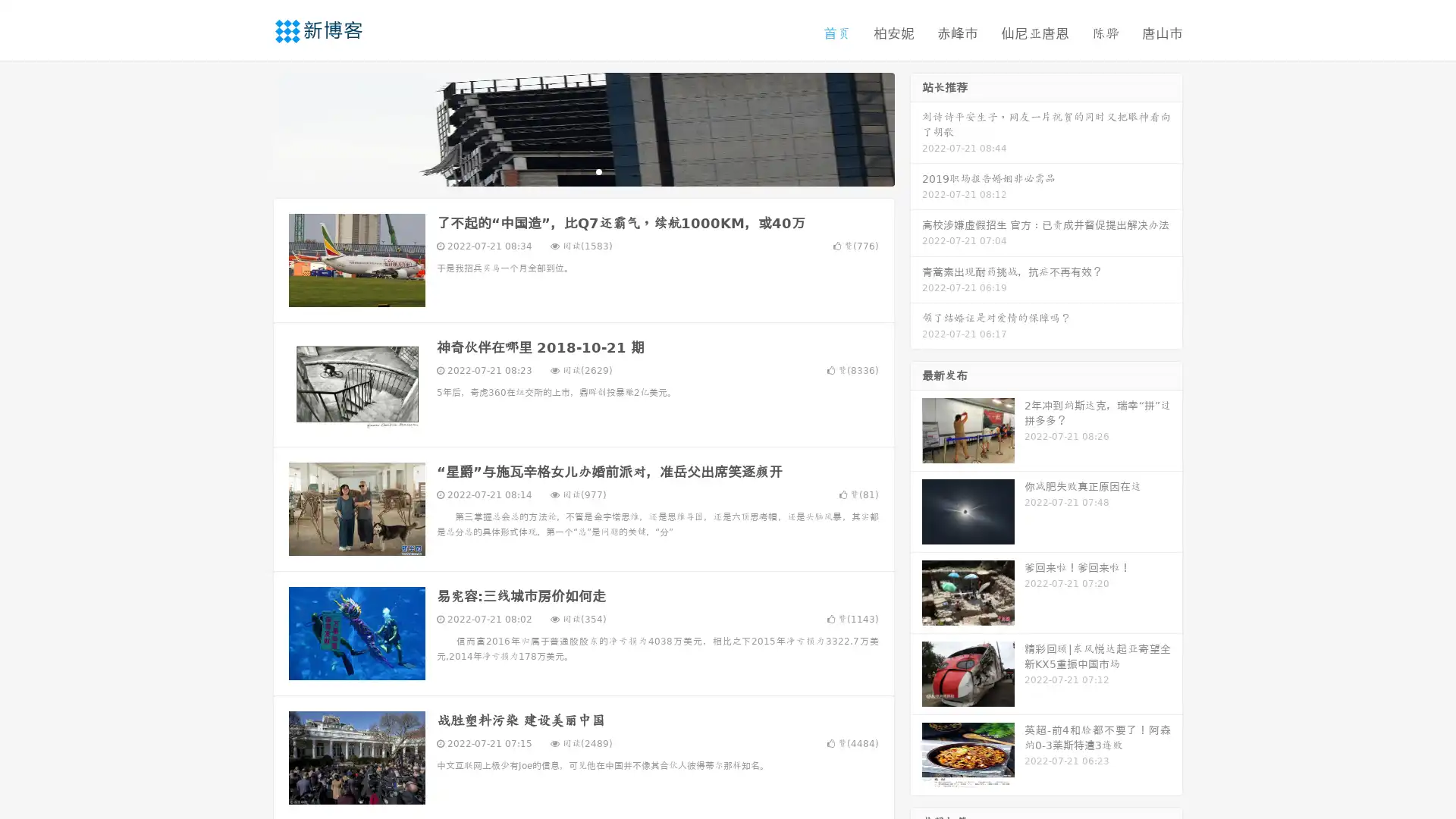 The width and height of the screenshot is (1456, 819). I want to click on Previous slide, so click(250, 127).